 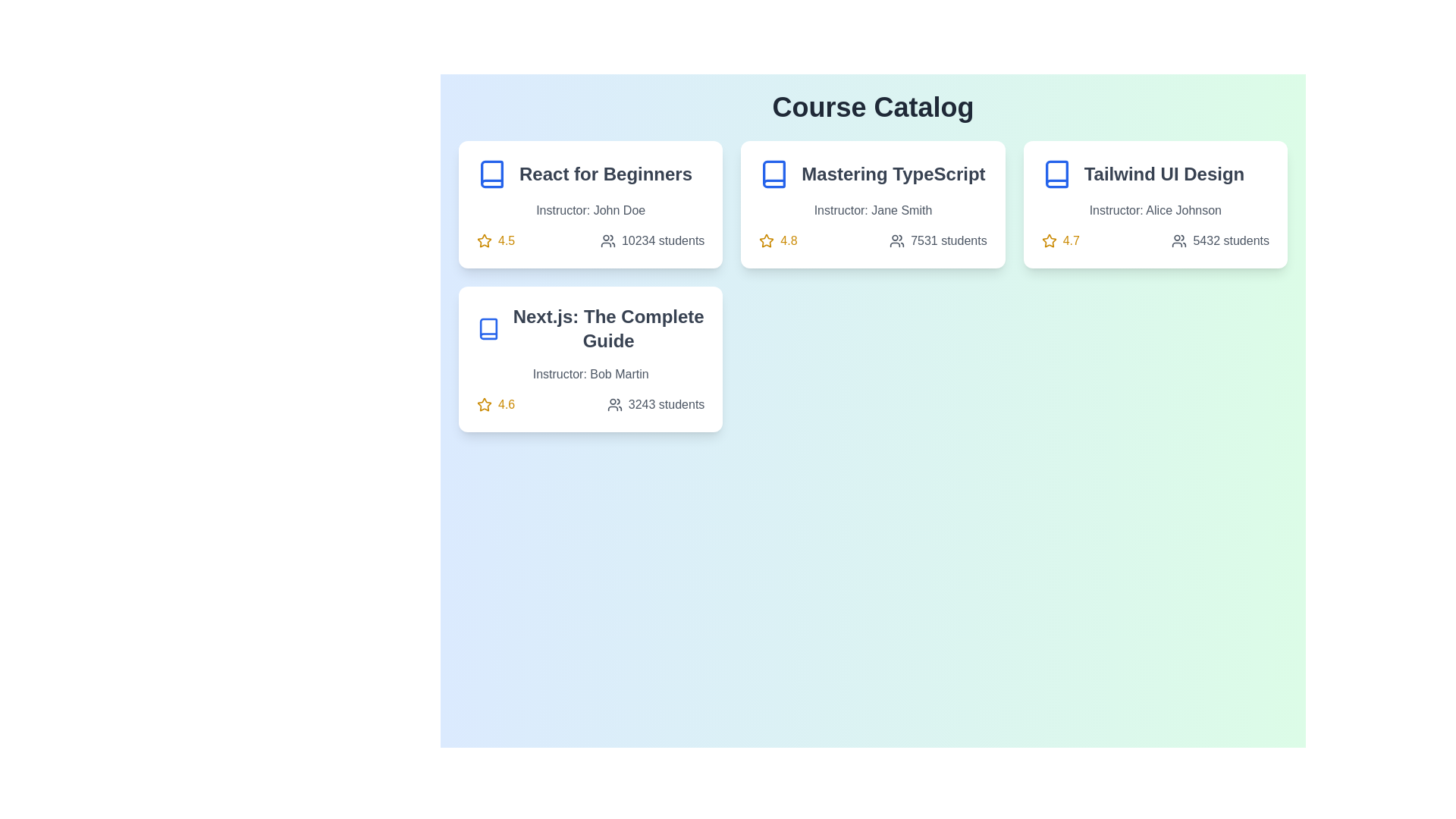 I want to click on the rating value displayed at the bottom-left corner of the 'React for Beginners' course card, so click(x=496, y=240).